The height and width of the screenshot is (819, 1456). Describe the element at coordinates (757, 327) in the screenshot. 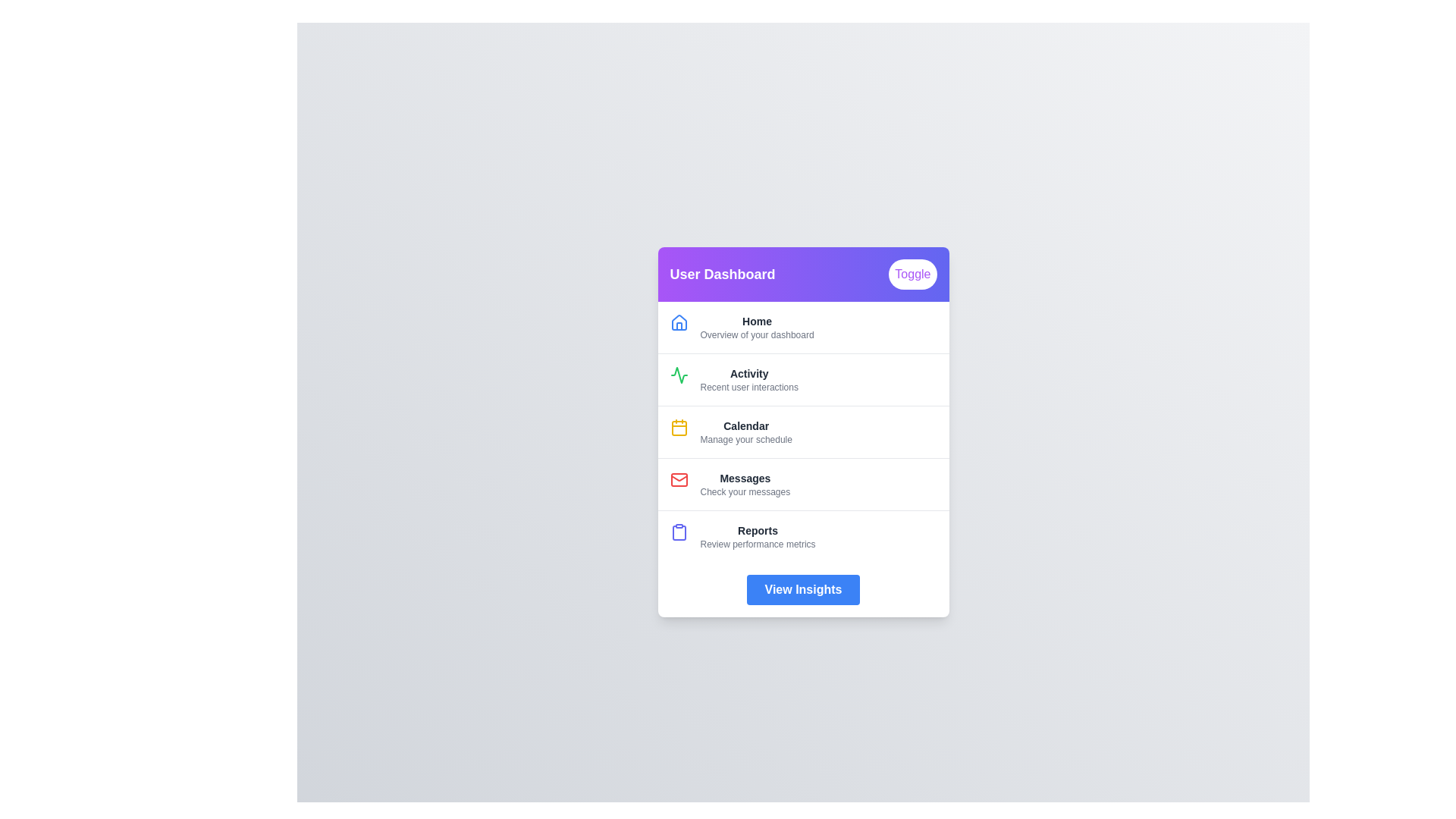

I see `the menu item corresponding to Home` at that location.